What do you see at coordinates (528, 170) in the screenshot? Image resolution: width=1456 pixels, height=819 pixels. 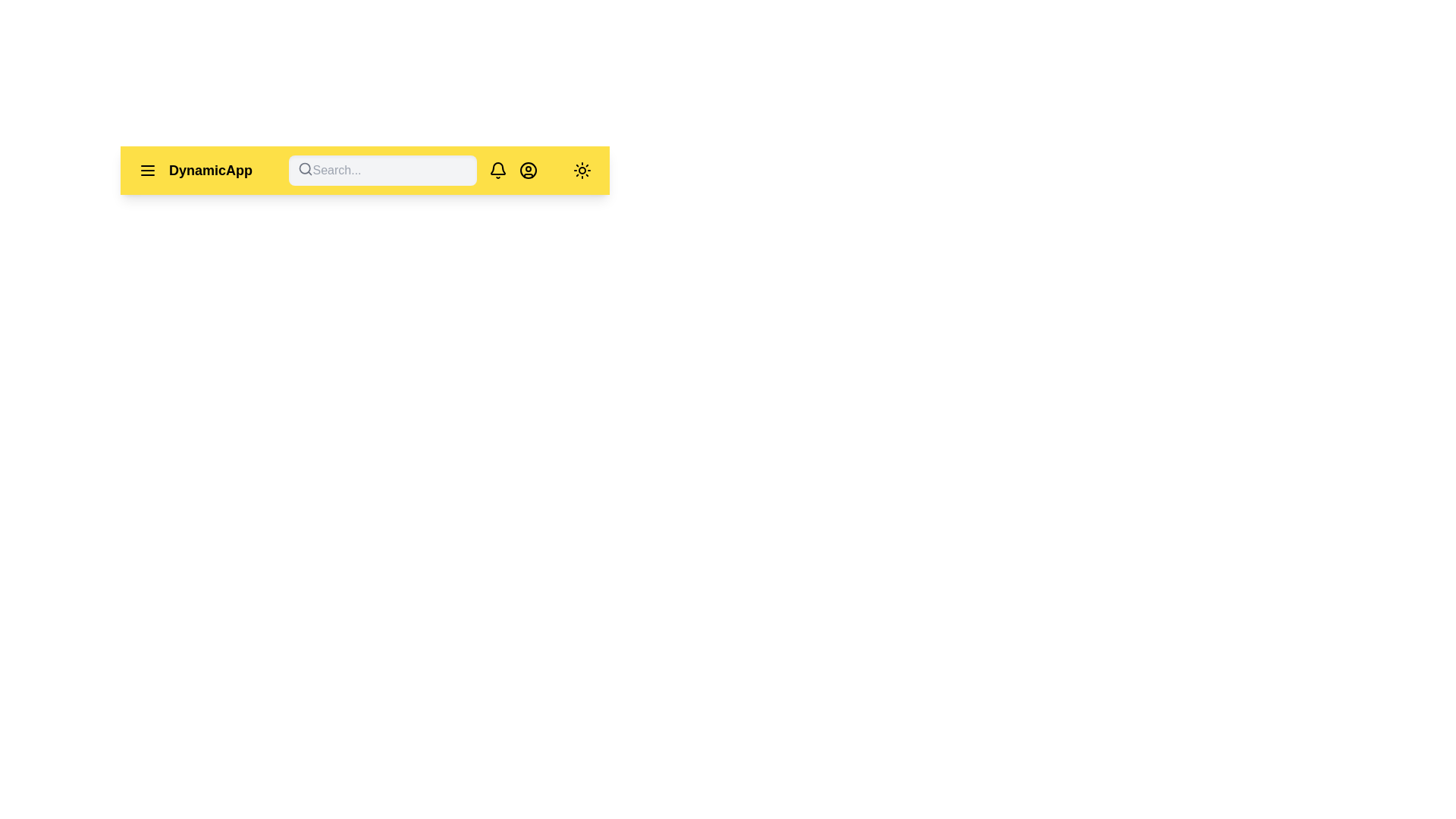 I see `the user profile icon` at bounding box center [528, 170].